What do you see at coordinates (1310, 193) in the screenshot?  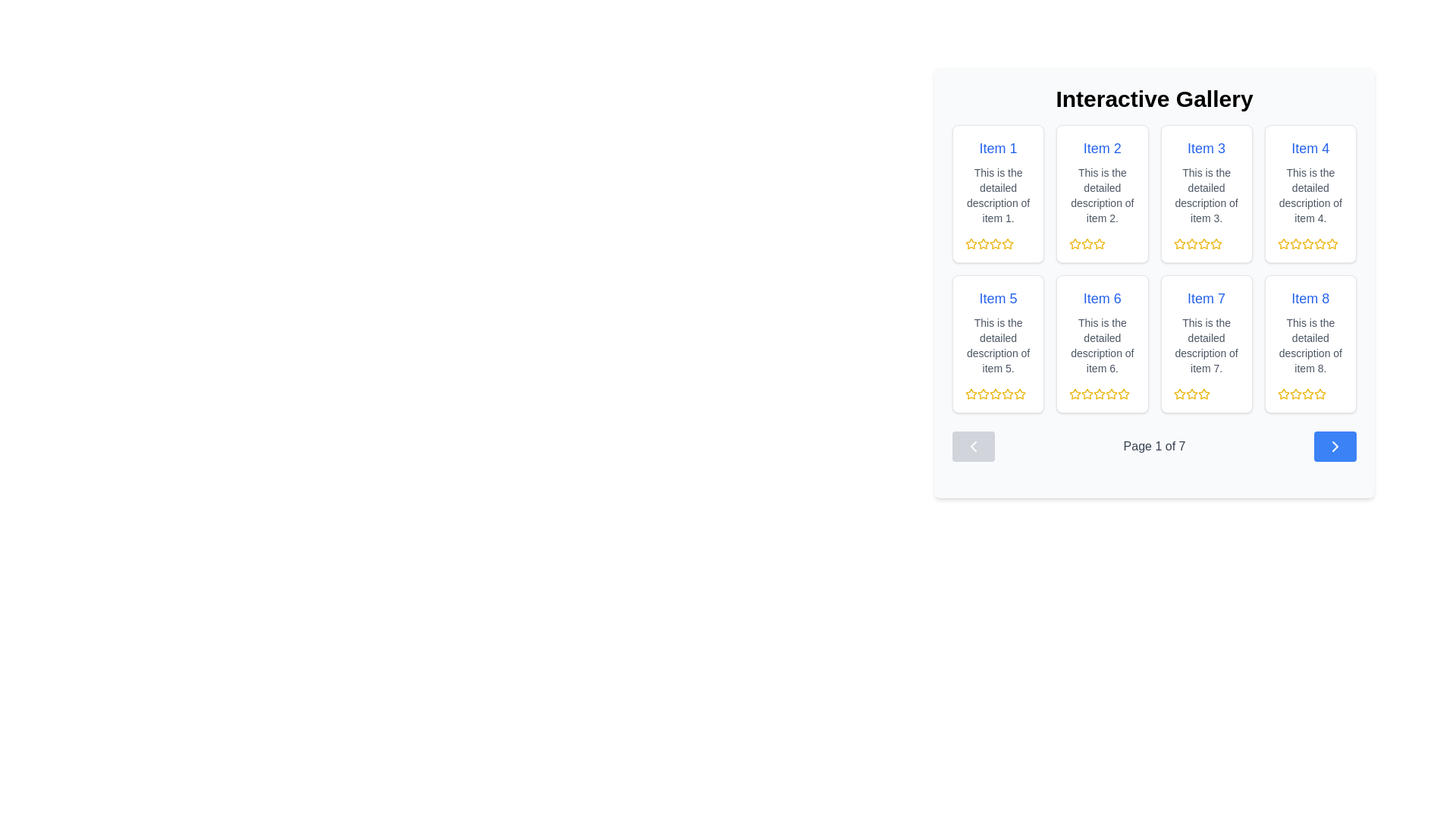 I see `content displayed on the card labeled 'Item 4', which is located in the top-right corner of the grid layout with a white background and a blue title` at bounding box center [1310, 193].